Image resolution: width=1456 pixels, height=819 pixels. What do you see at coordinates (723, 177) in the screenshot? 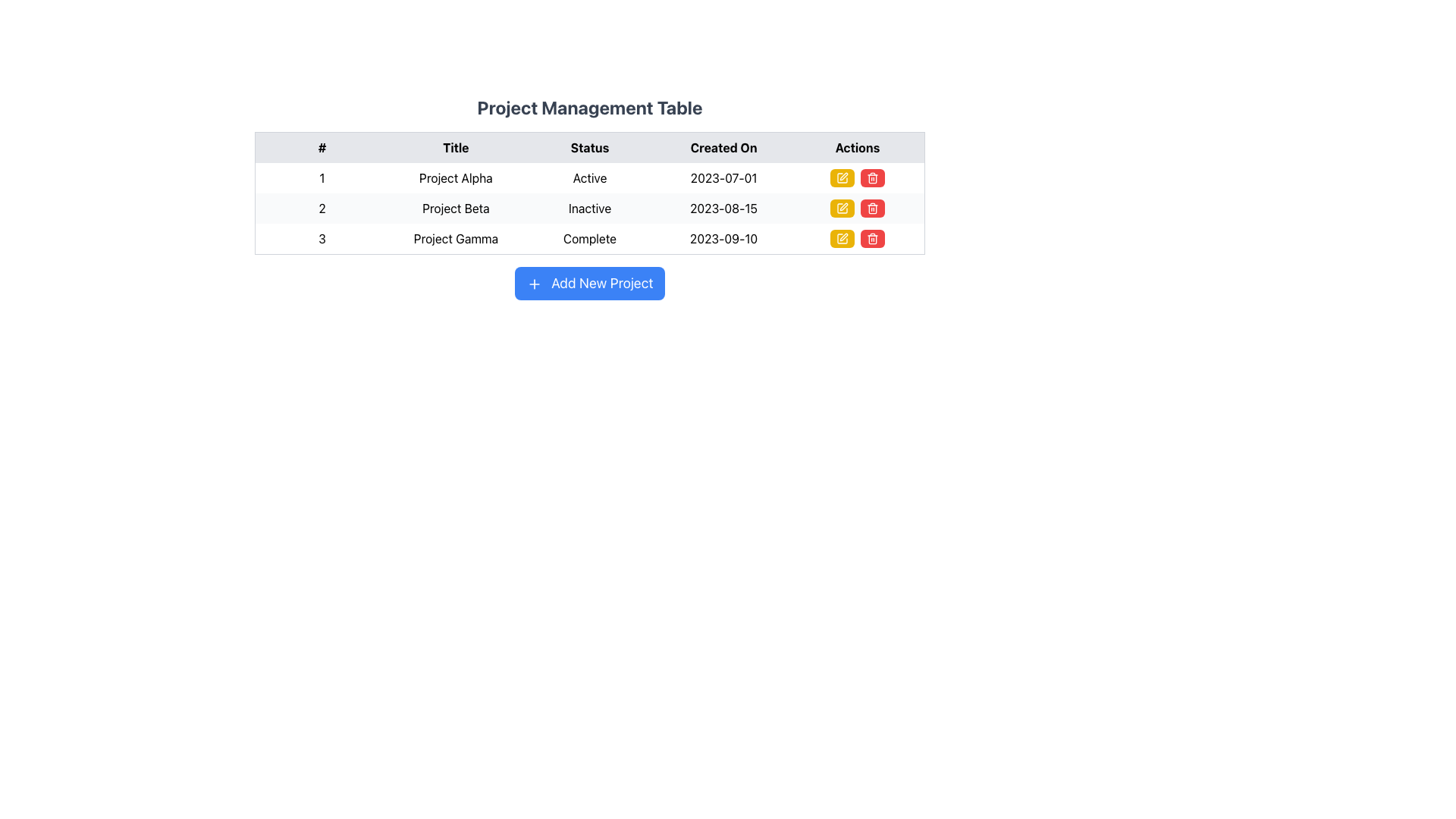
I see `the static text element displaying the date '2023-07-01' located under the 'Created On' column in the table row labeled 'Project Alpha'` at bounding box center [723, 177].